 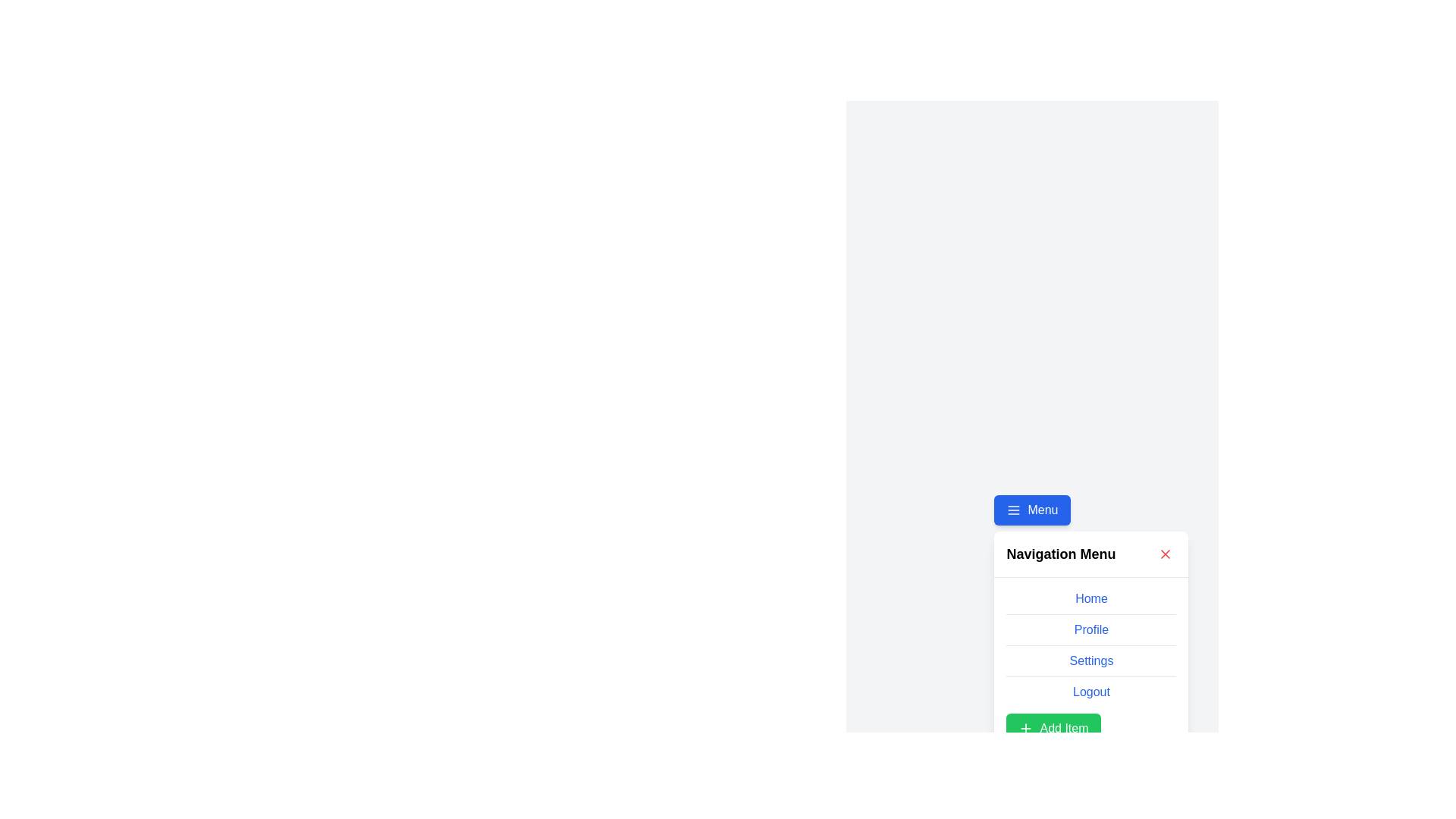 What do you see at coordinates (1090, 660) in the screenshot?
I see `the 'Settings' hyperlink in the navigation menu` at bounding box center [1090, 660].